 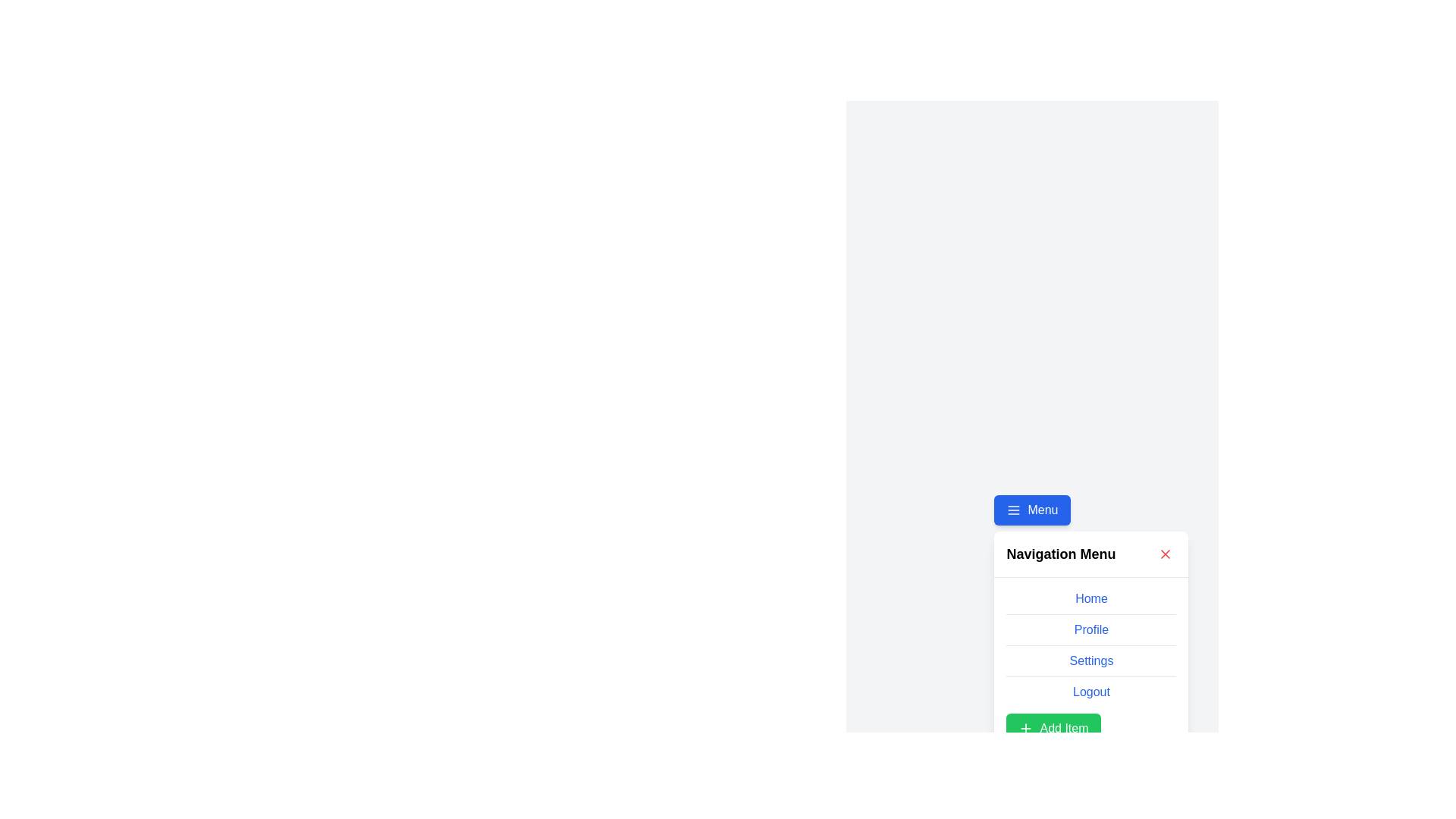 What do you see at coordinates (1090, 660) in the screenshot?
I see `the 'Settings' hyperlink in the navigation menu` at bounding box center [1090, 660].